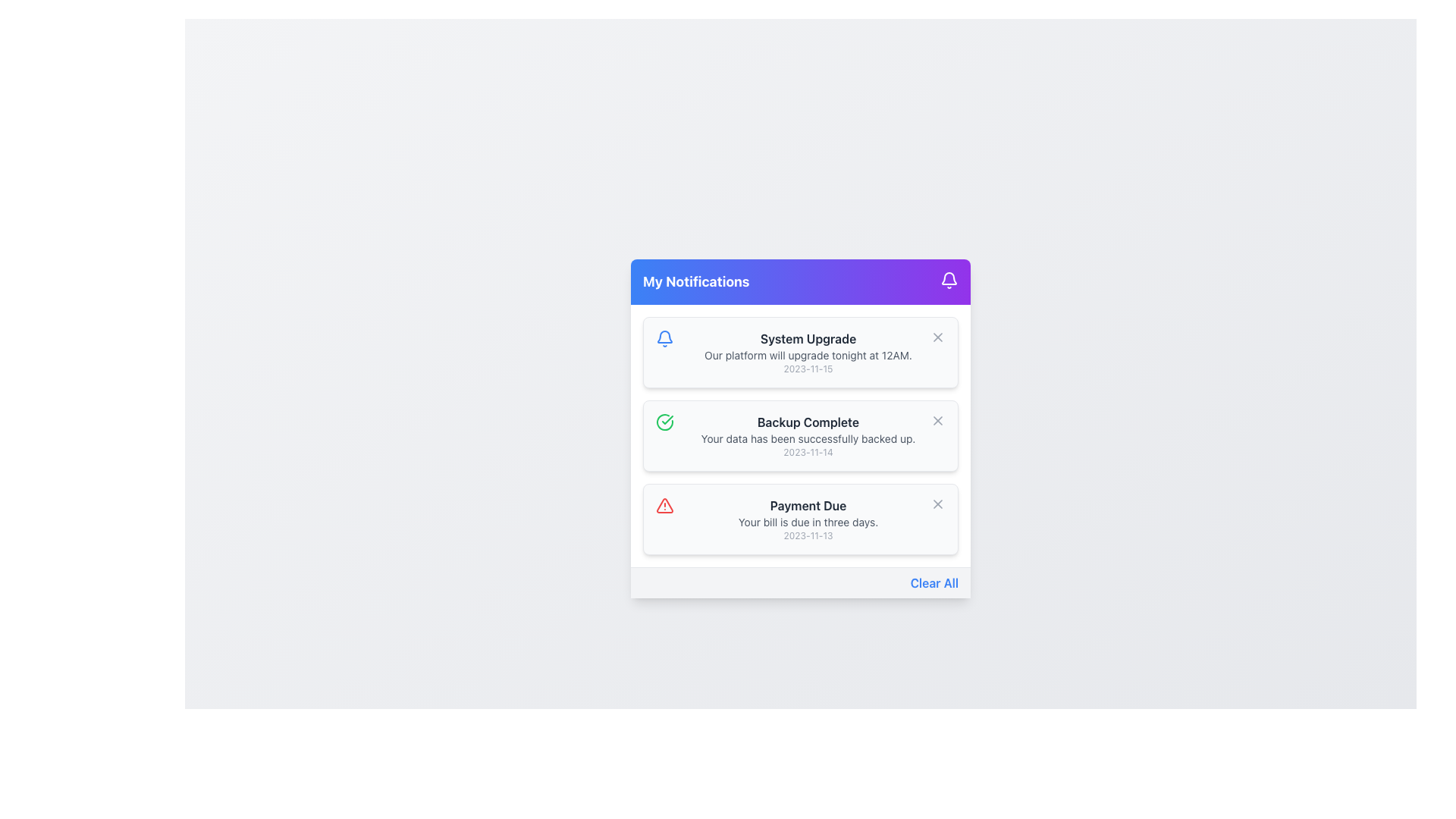 This screenshot has height=819, width=1456. Describe the element at coordinates (807, 369) in the screenshot. I see `the text label displaying '2023-11-15', which is located at the bottom of the 'My Notifications' section and conveys auxiliary information regarding the system upgrade` at that location.